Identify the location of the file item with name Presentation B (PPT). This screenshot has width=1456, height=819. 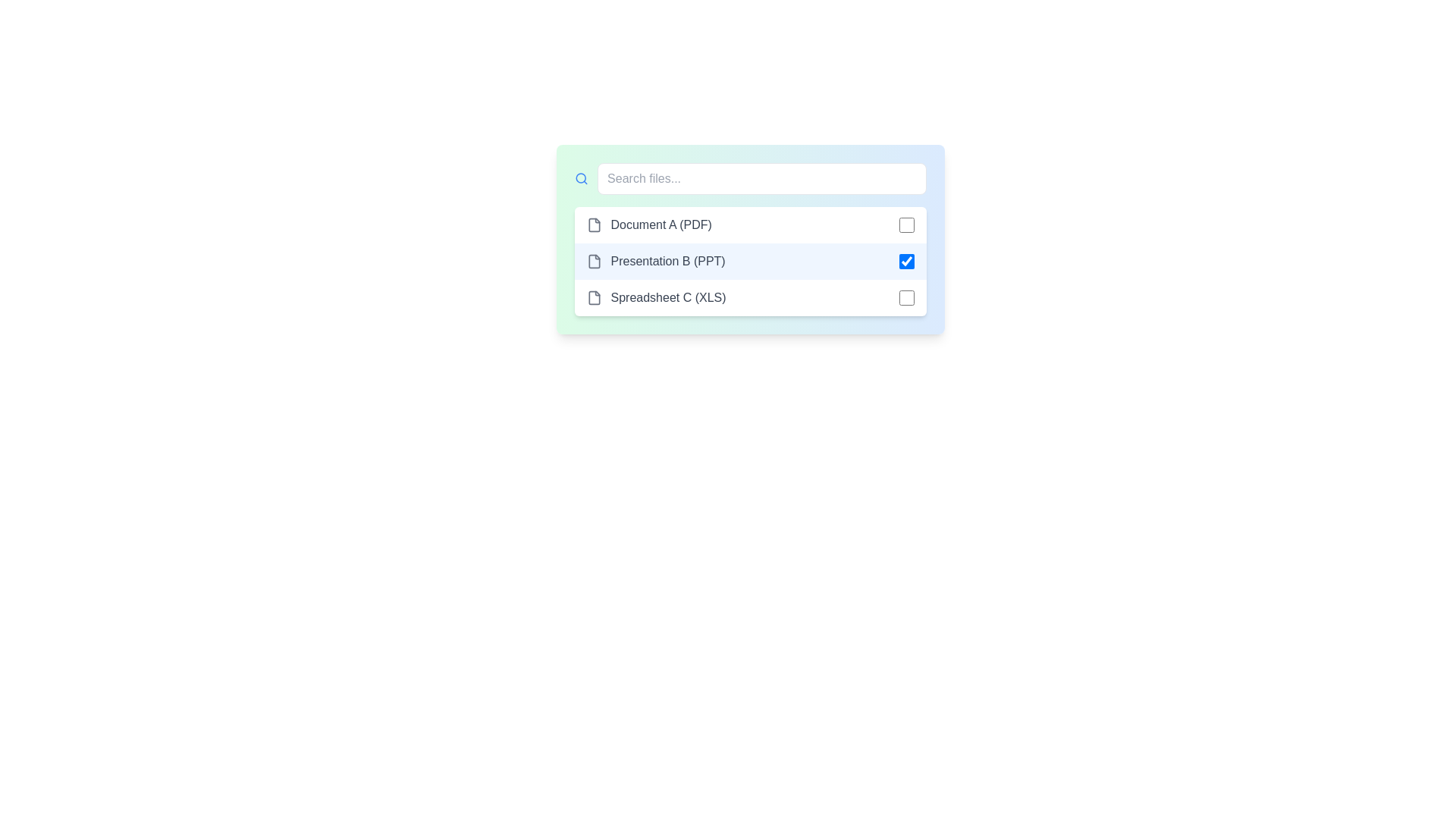
(750, 260).